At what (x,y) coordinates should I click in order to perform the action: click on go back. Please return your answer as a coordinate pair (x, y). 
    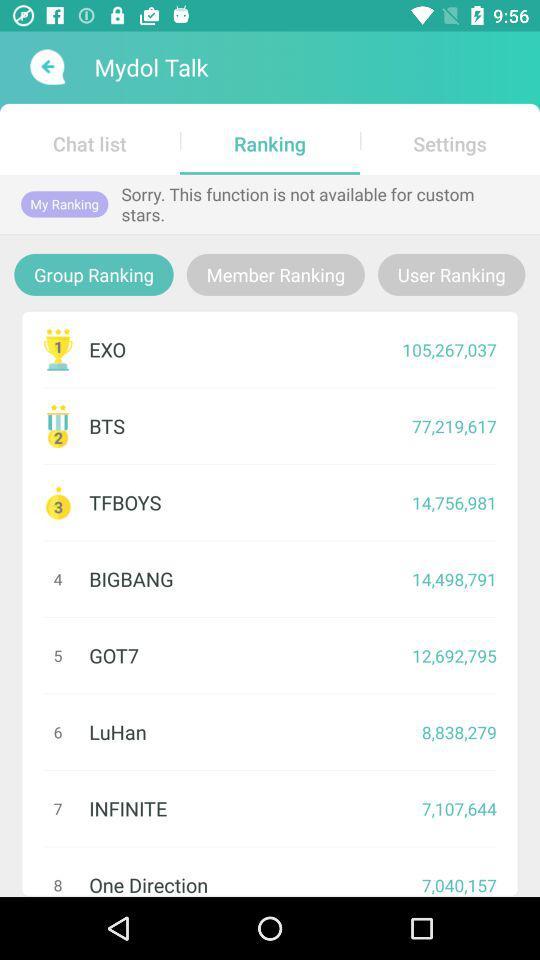
    Looking at the image, I should click on (45, 67).